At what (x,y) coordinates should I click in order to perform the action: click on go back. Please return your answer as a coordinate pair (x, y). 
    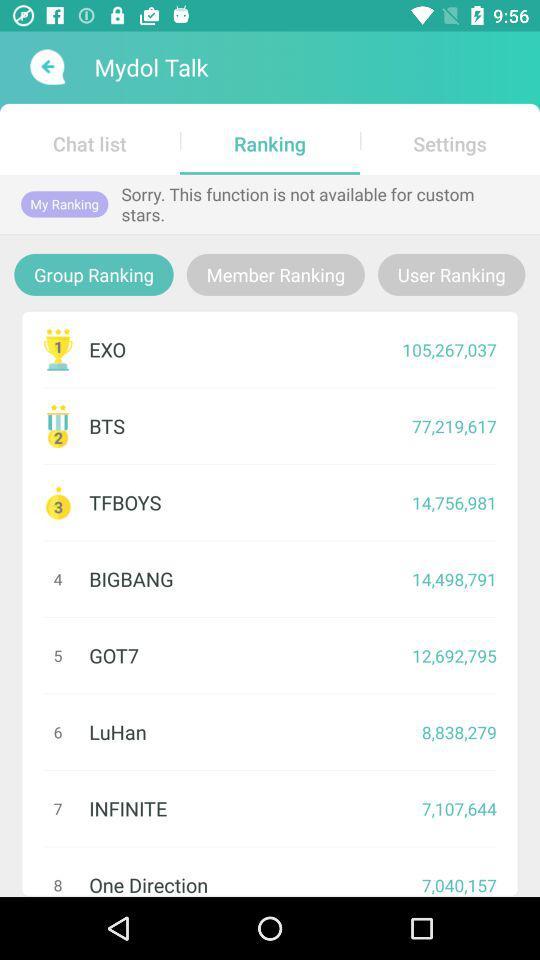
    Looking at the image, I should click on (45, 67).